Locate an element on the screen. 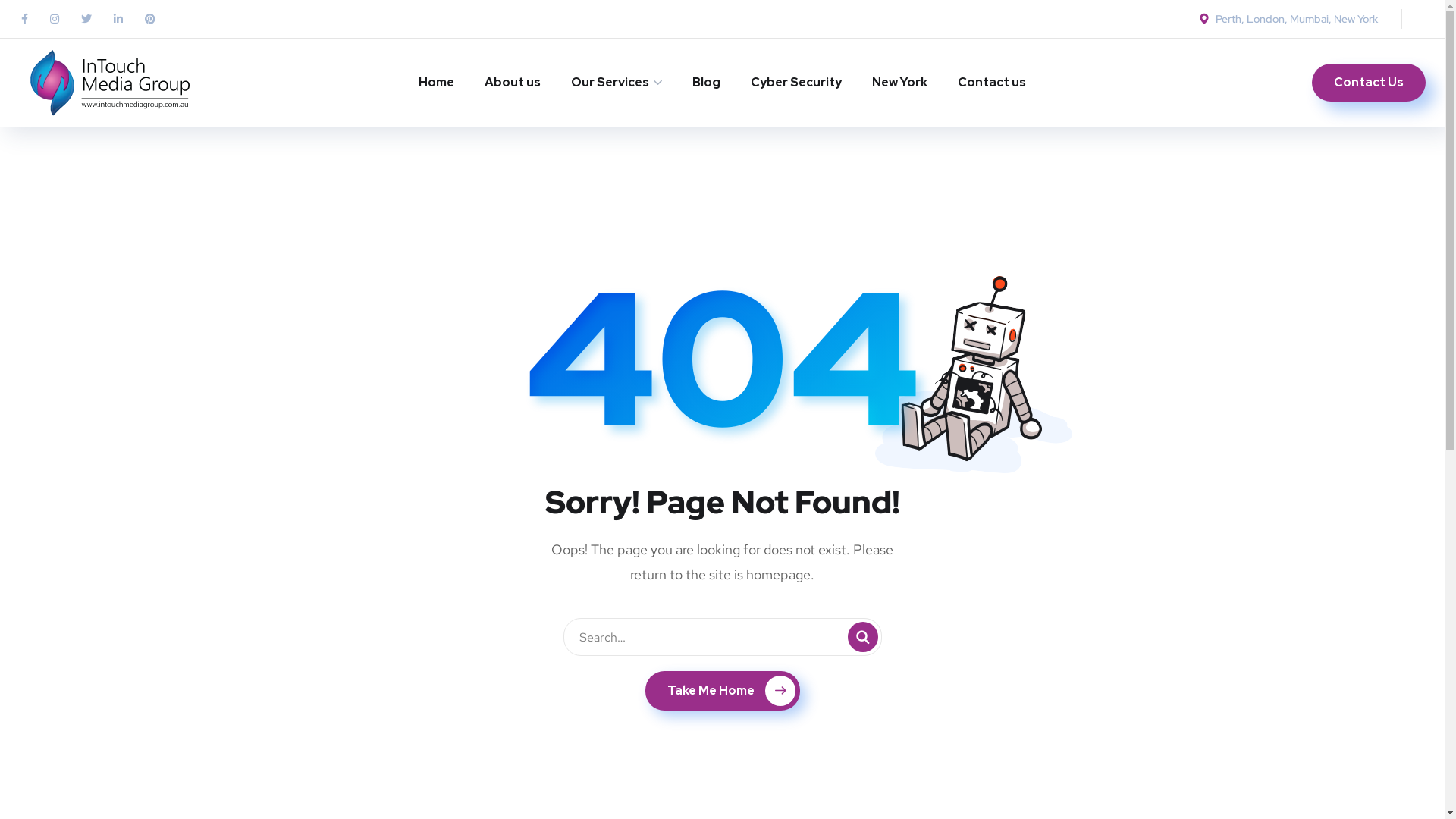 The width and height of the screenshot is (1456, 819). 'Take Me Home' is located at coordinates (720, 690).